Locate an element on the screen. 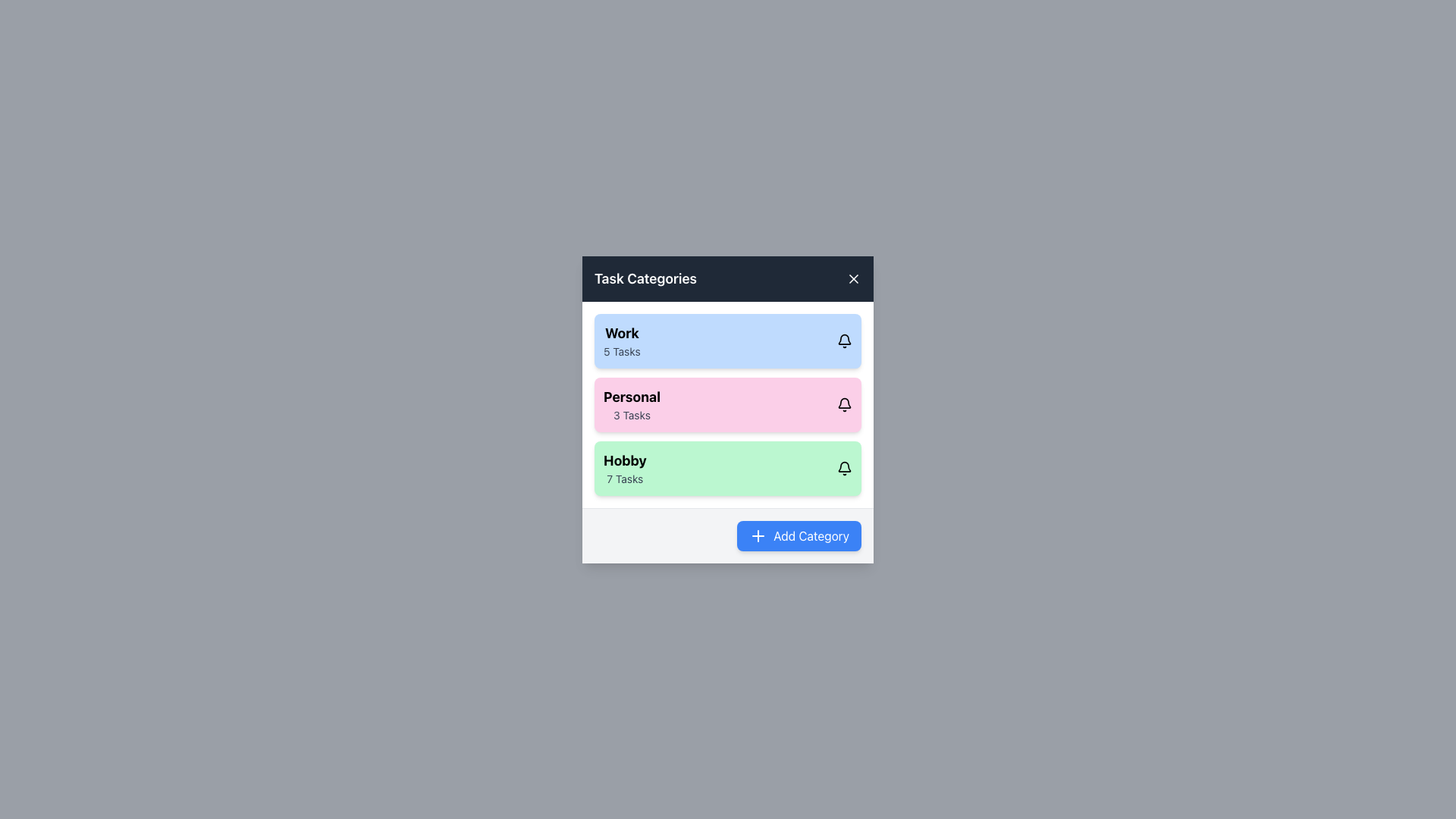 The height and width of the screenshot is (819, 1456). the Text Label representing the 'Work' task category, which is positioned above the subtext '5 Tasks' in the topmost category box is located at coordinates (622, 332).